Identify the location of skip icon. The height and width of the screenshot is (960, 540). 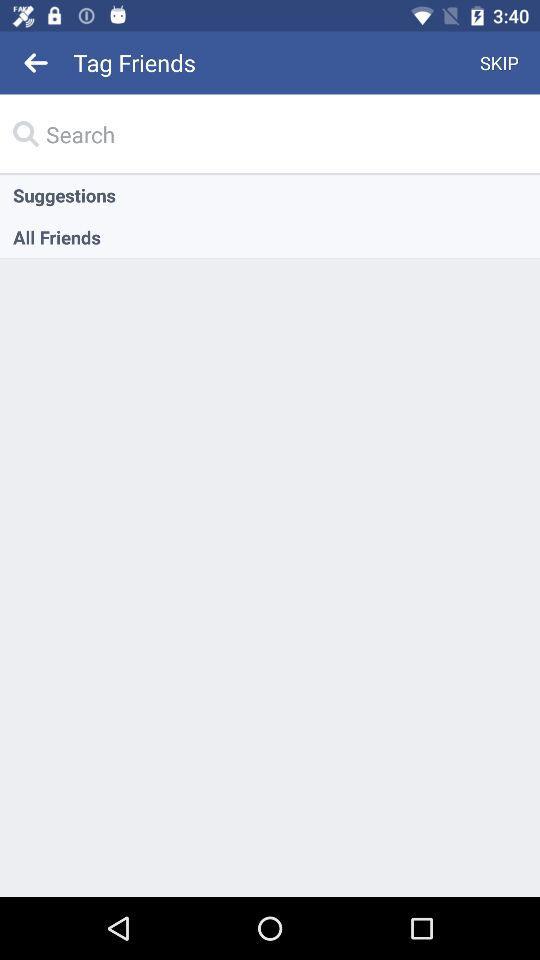
(498, 62).